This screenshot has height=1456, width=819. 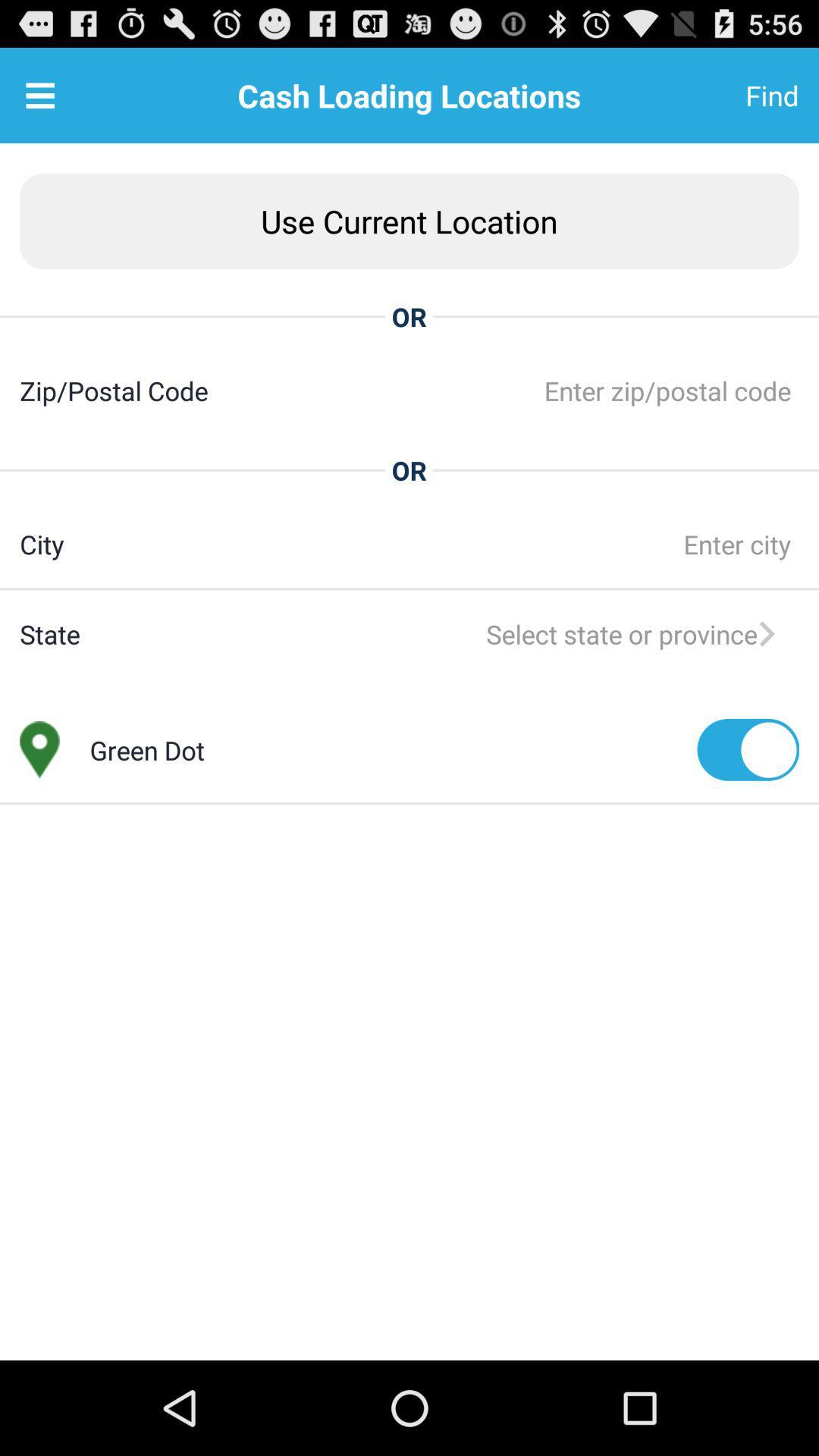 I want to click on icon next to the green dot app, so click(x=747, y=749).